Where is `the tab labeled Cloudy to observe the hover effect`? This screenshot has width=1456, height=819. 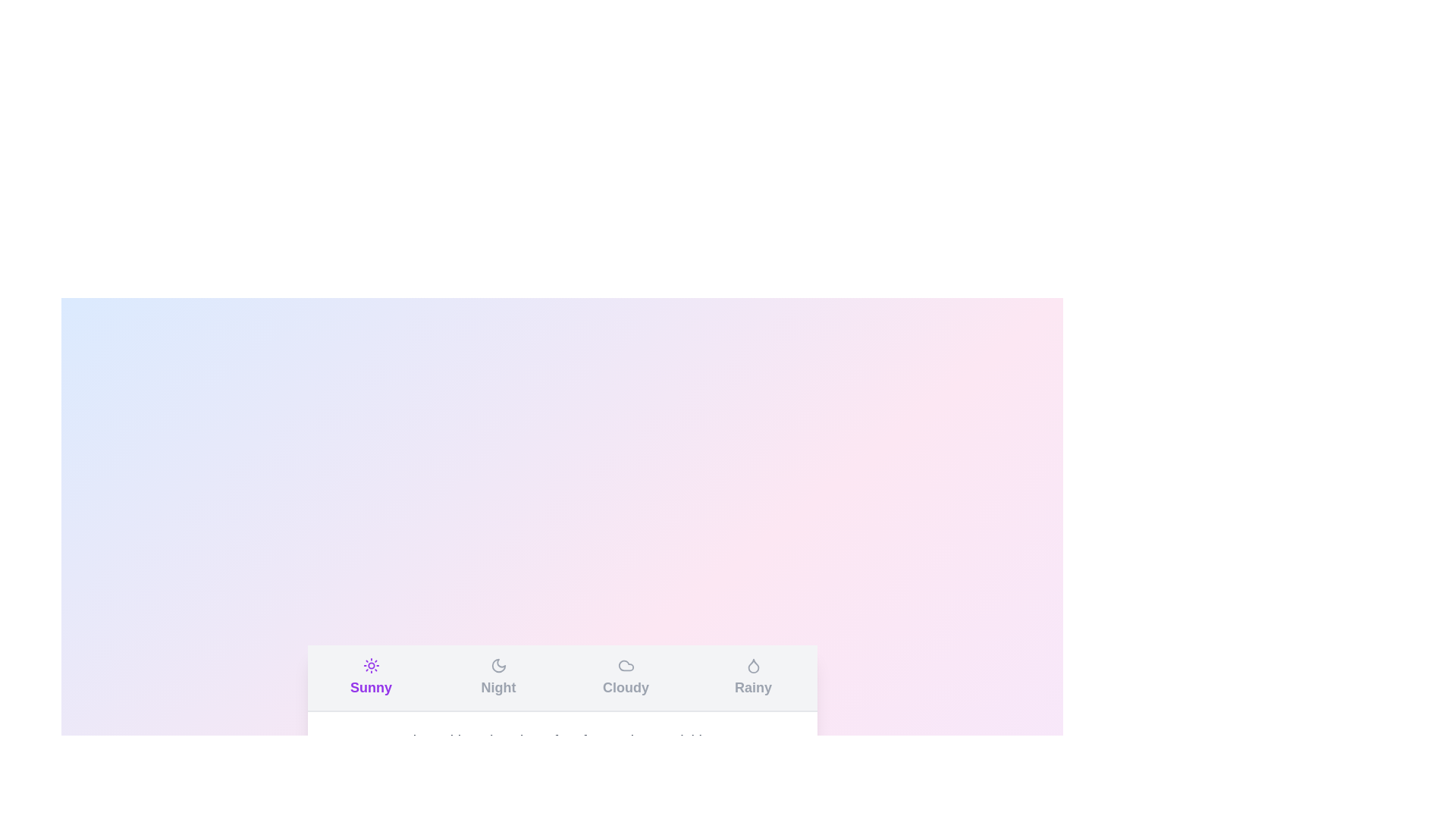
the tab labeled Cloudy to observe the hover effect is located at coordinates (626, 677).